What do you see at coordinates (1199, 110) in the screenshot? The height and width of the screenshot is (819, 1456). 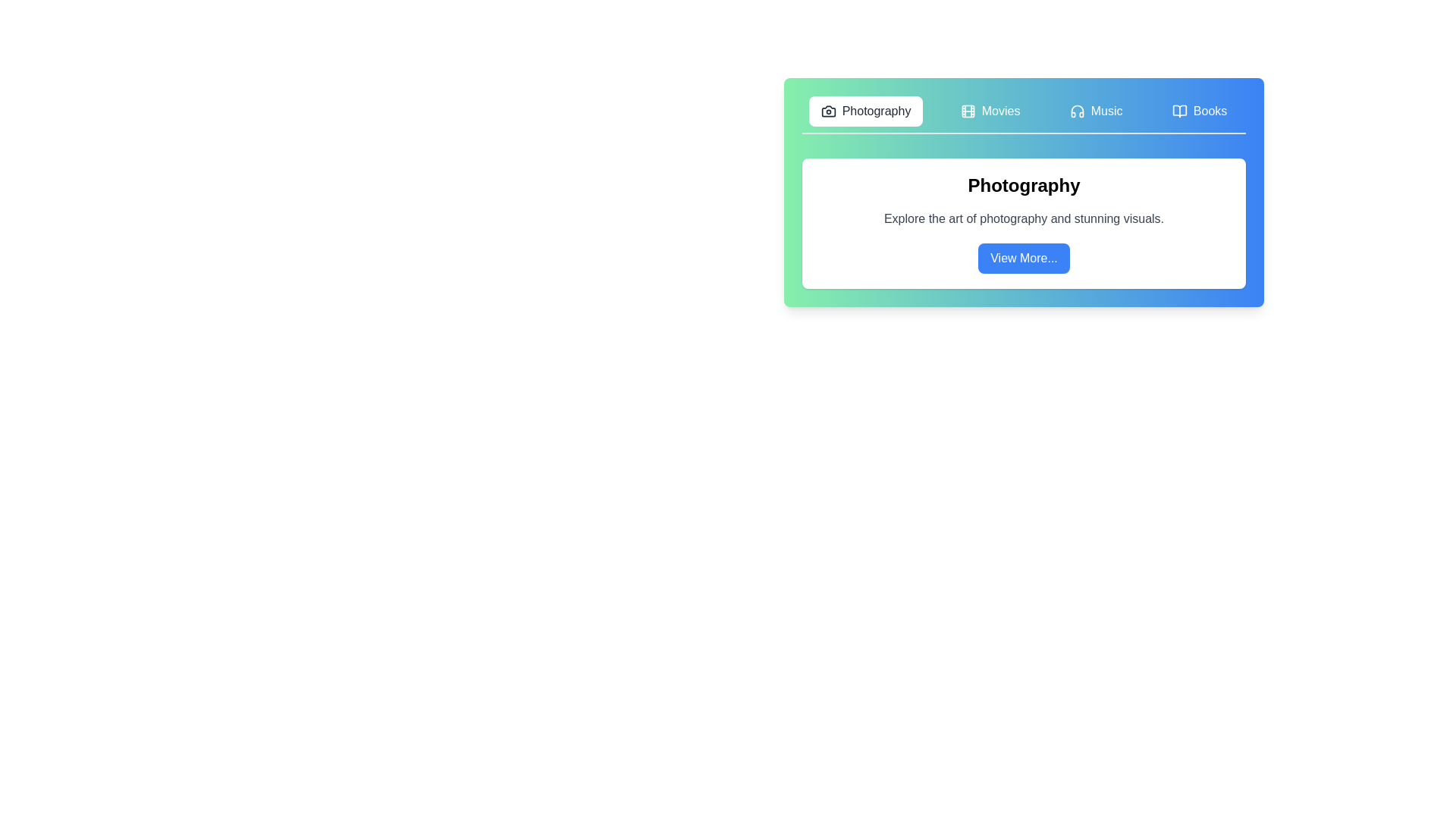 I see `the Books tab to view its content` at bounding box center [1199, 110].